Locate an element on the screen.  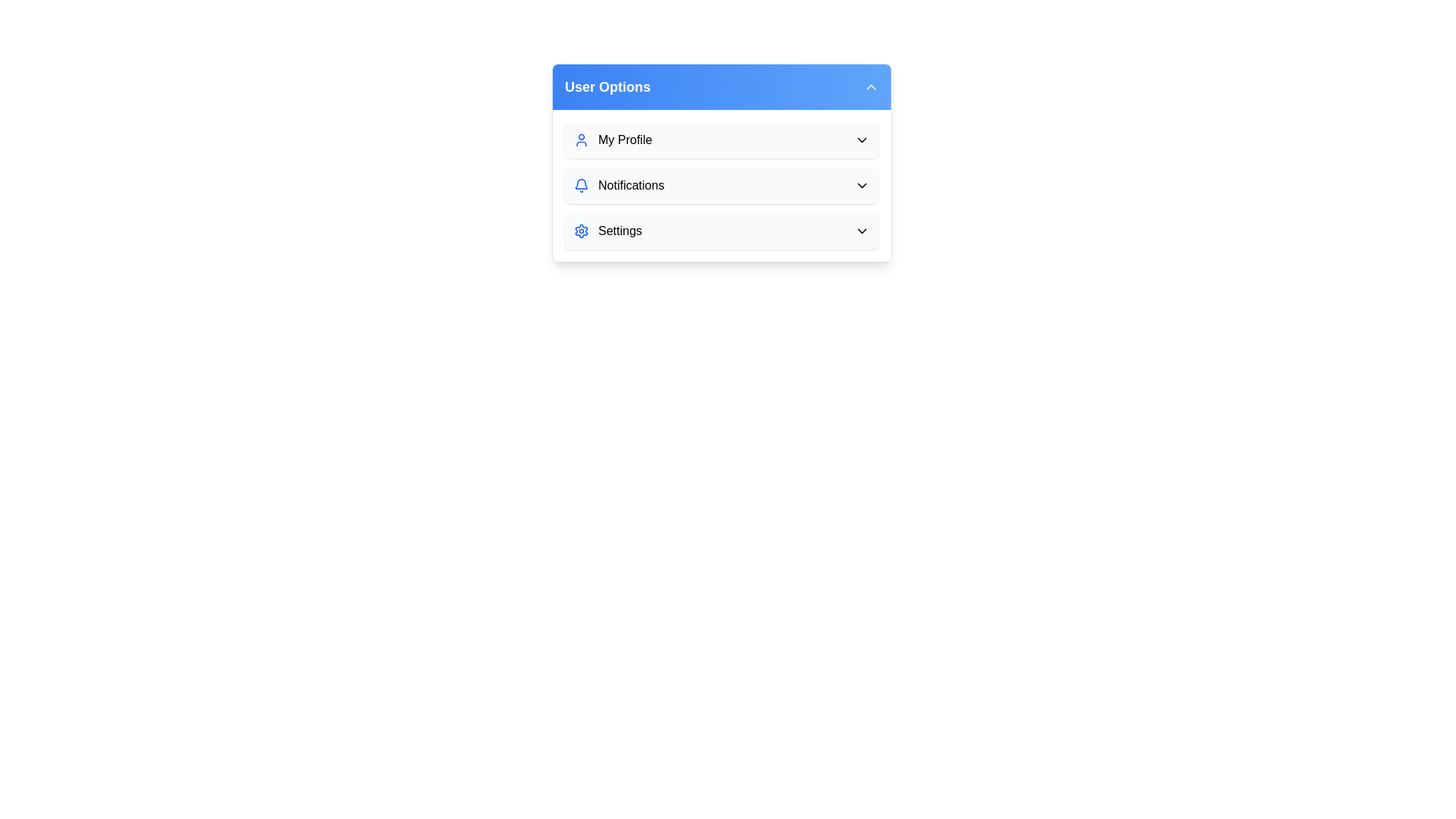
the toggle button, which is a small upwards-pointing chevron icon located in the top-right corner of the blue header bar labeled 'User Options' is located at coordinates (871, 87).